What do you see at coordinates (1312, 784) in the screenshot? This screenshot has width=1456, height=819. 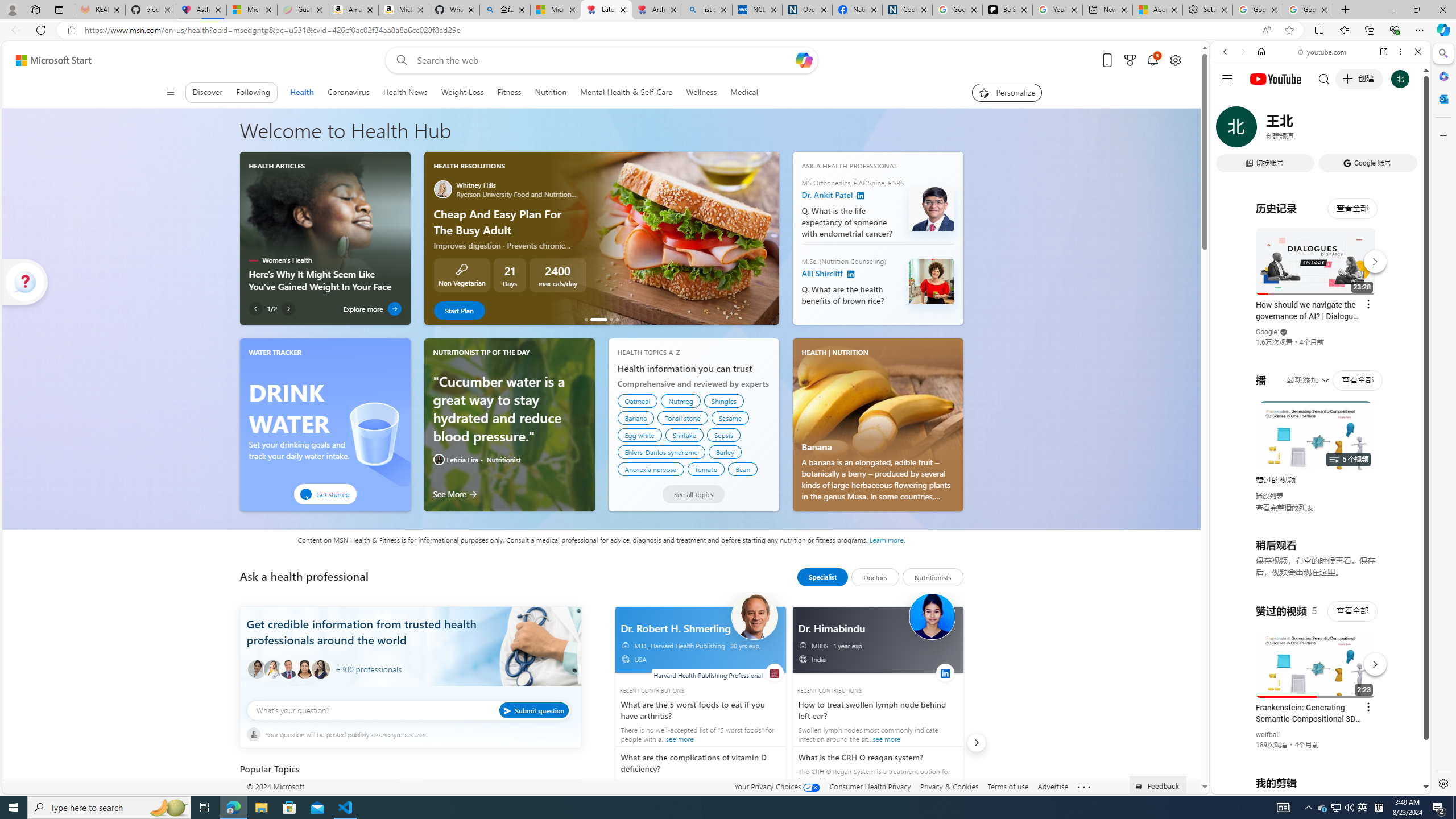 I see `'Class: dict_pnIcon rms_img'` at bounding box center [1312, 784].